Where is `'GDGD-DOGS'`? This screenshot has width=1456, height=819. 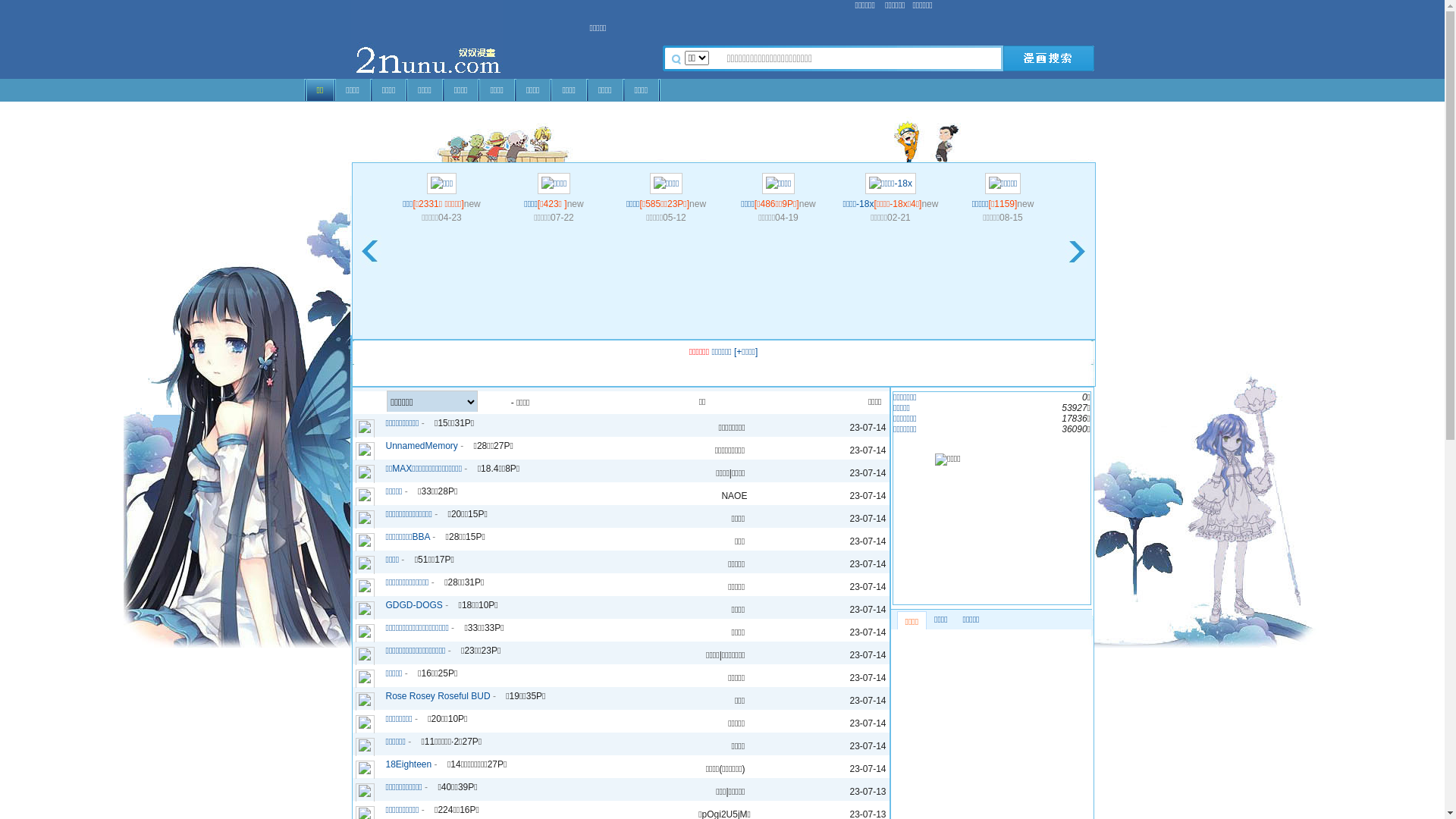
'GDGD-DOGS' is located at coordinates (413, 604).